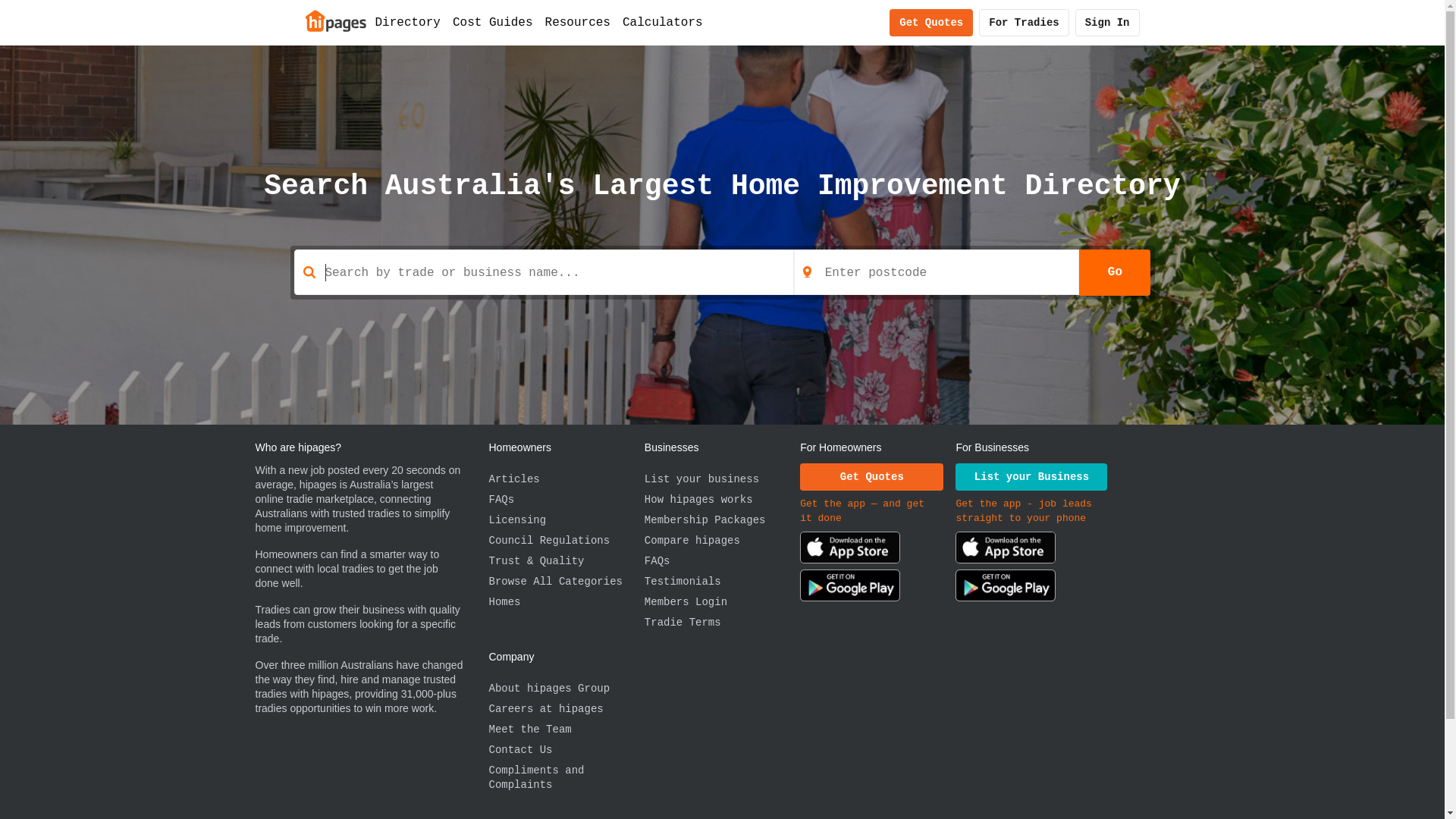 The width and height of the screenshot is (1456, 819). What do you see at coordinates (488, 519) in the screenshot?
I see `'Licensing'` at bounding box center [488, 519].